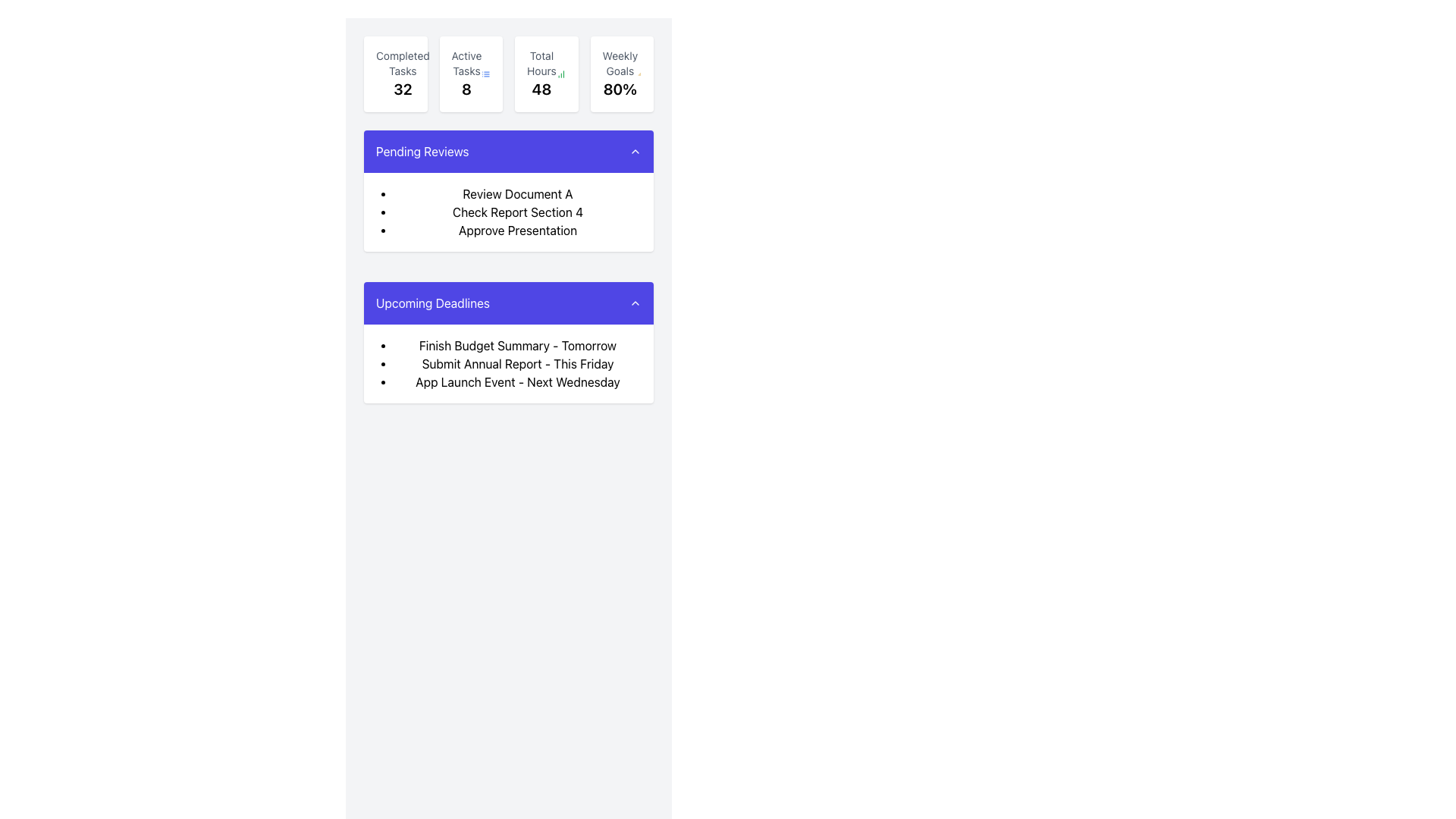  I want to click on the label displaying the count of active tasks, located beneath the 'Active Tasks' label within the second card of a grid layout, so click(466, 89).